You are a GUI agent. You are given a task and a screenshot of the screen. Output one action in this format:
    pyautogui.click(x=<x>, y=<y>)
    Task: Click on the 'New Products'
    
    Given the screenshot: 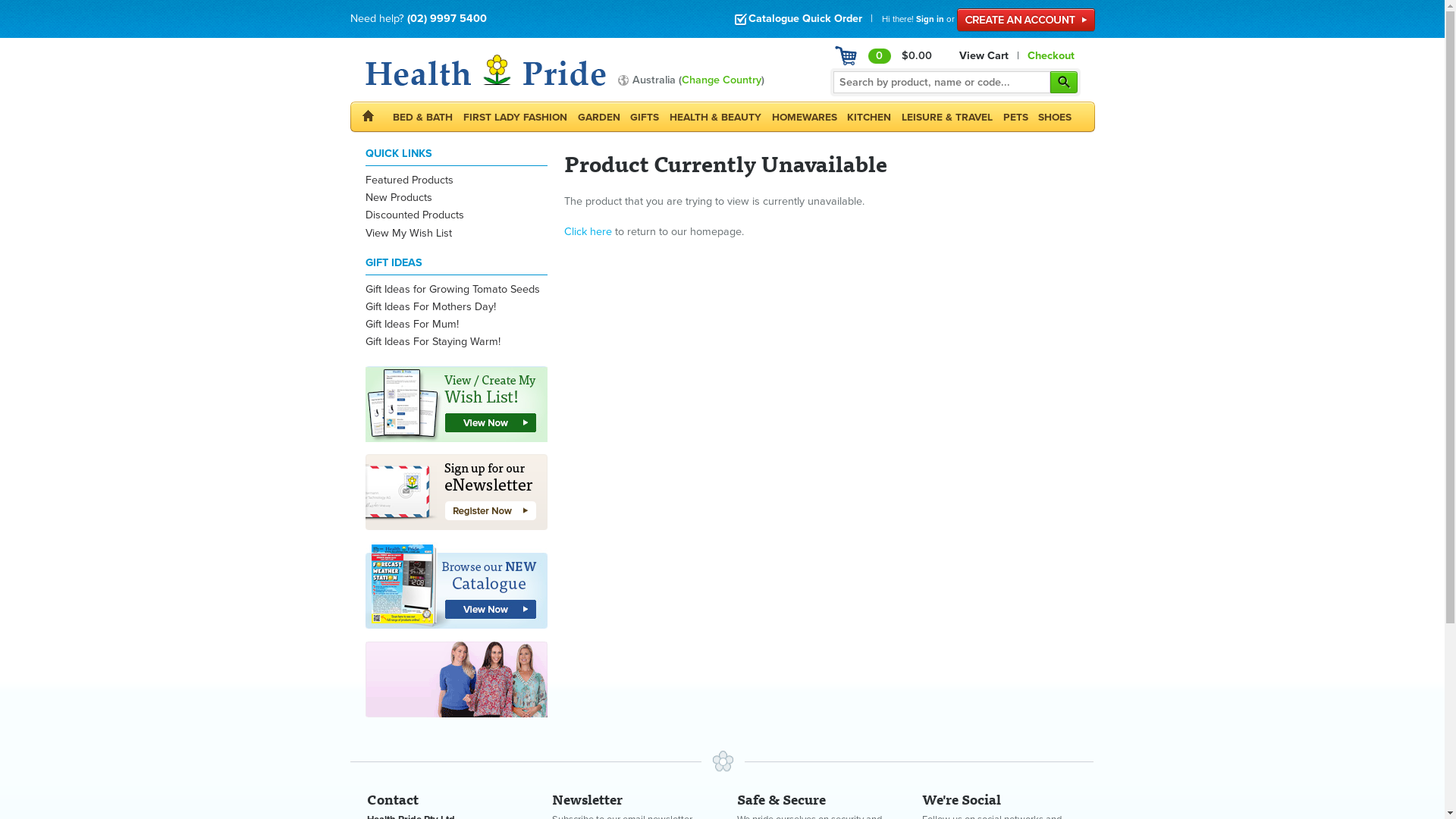 What is the action you would take?
    pyautogui.click(x=399, y=196)
    